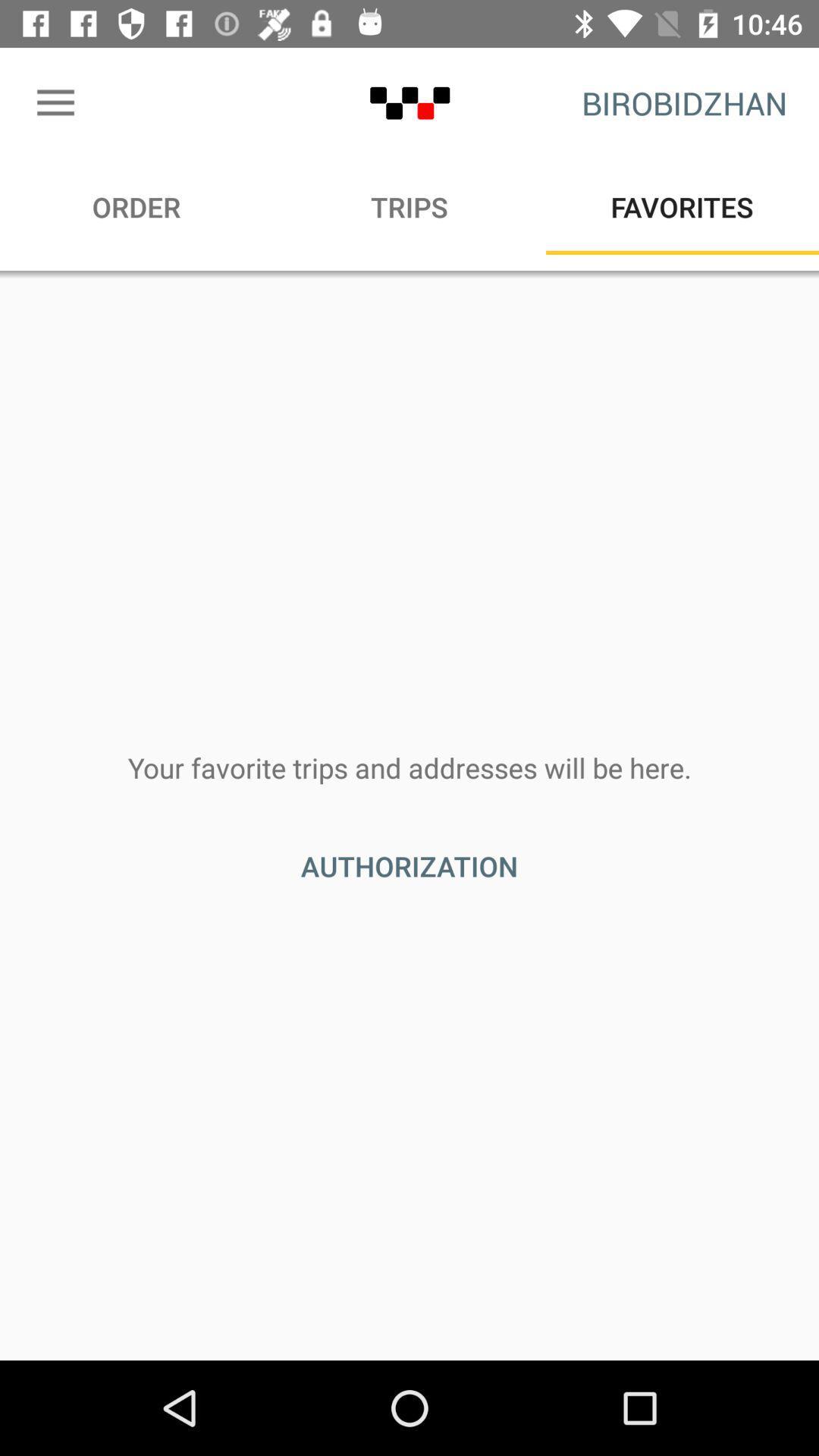 The image size is (819, 1456). I want to click on the birobidzhan, so click(684, 102).